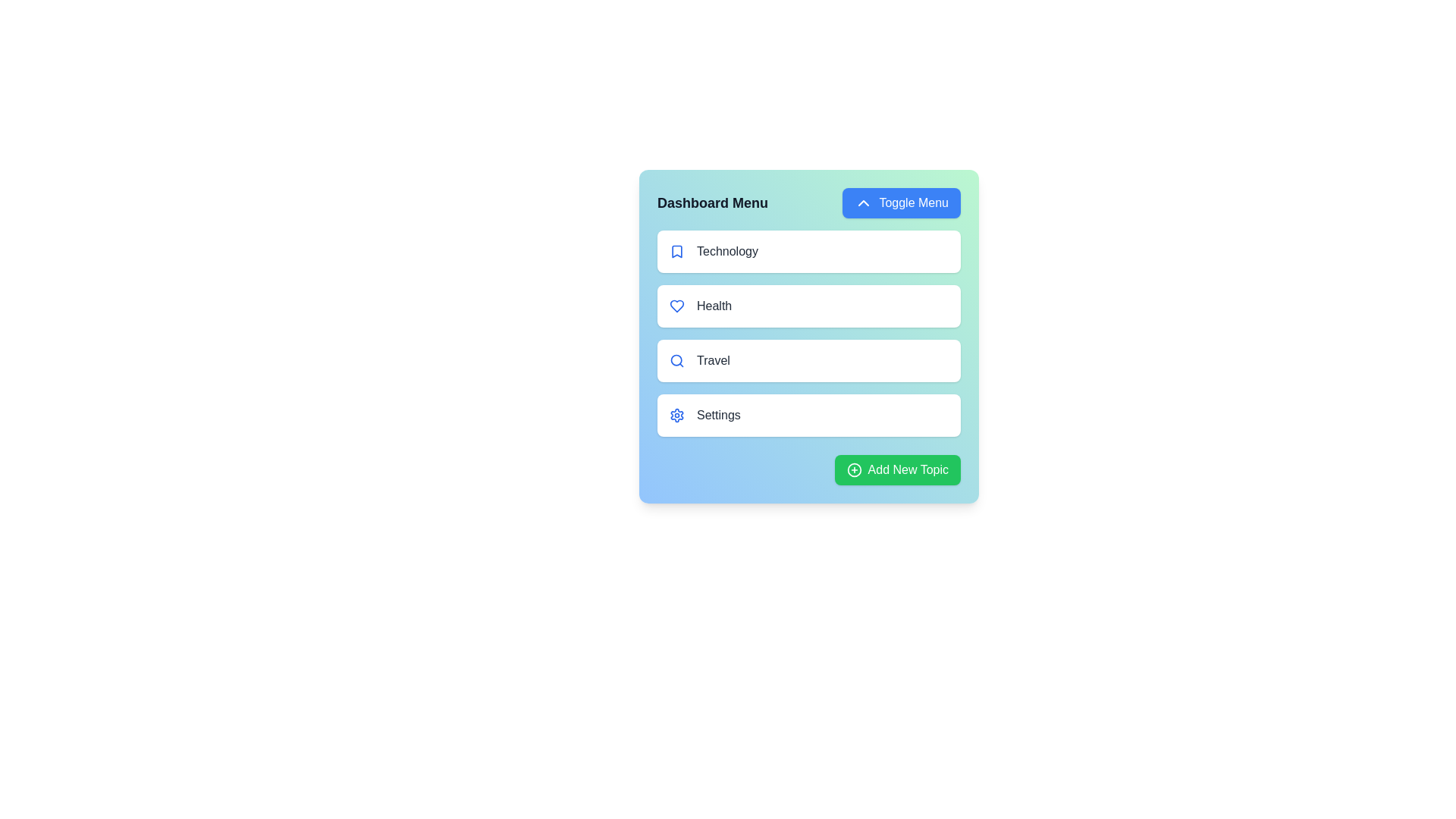  I want to click on the icon associated with the topic Technology in the list, so click(676, 250).